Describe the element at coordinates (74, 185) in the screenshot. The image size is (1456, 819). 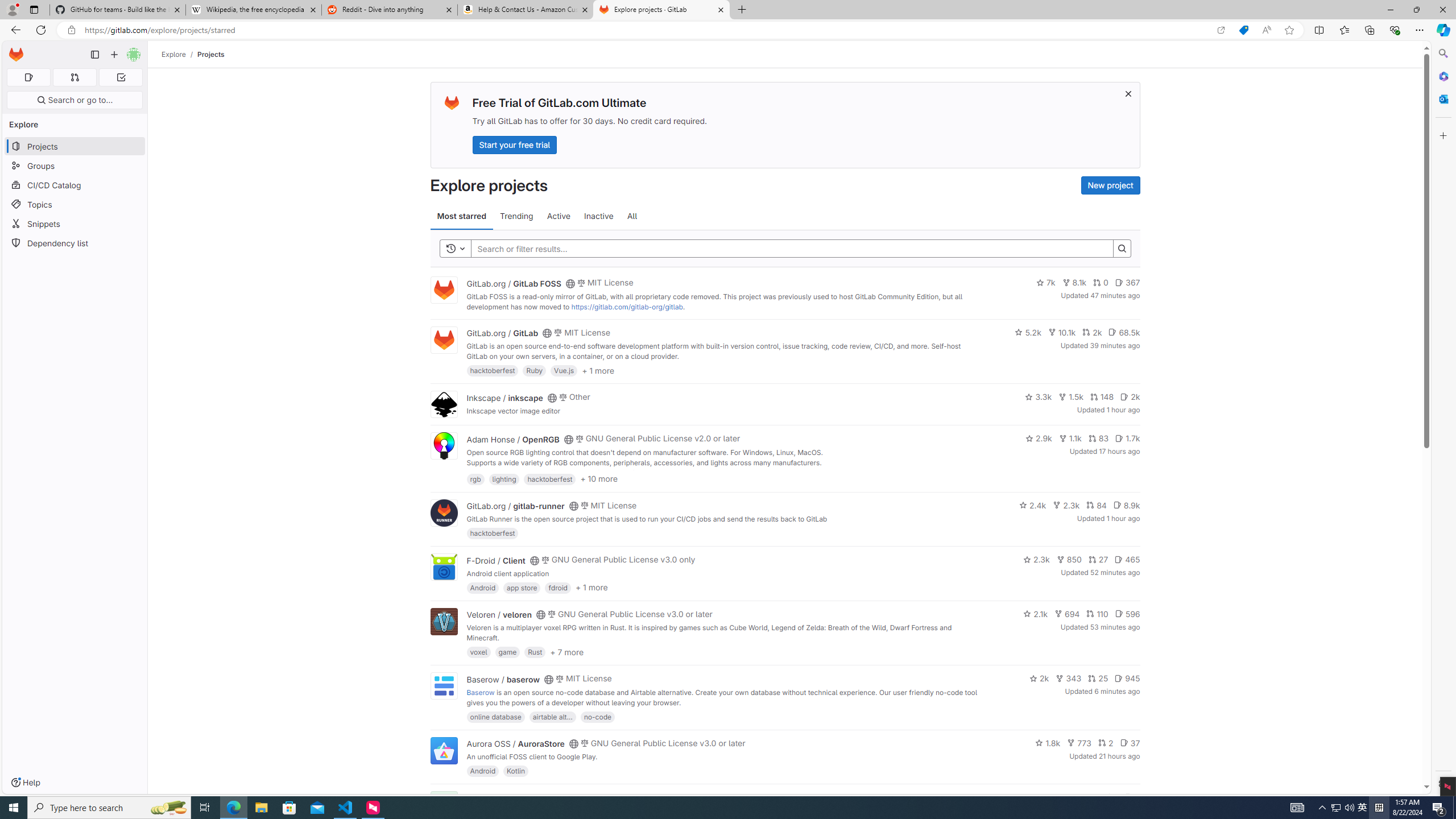
I see `'CI/CD Catalog'` at that location.